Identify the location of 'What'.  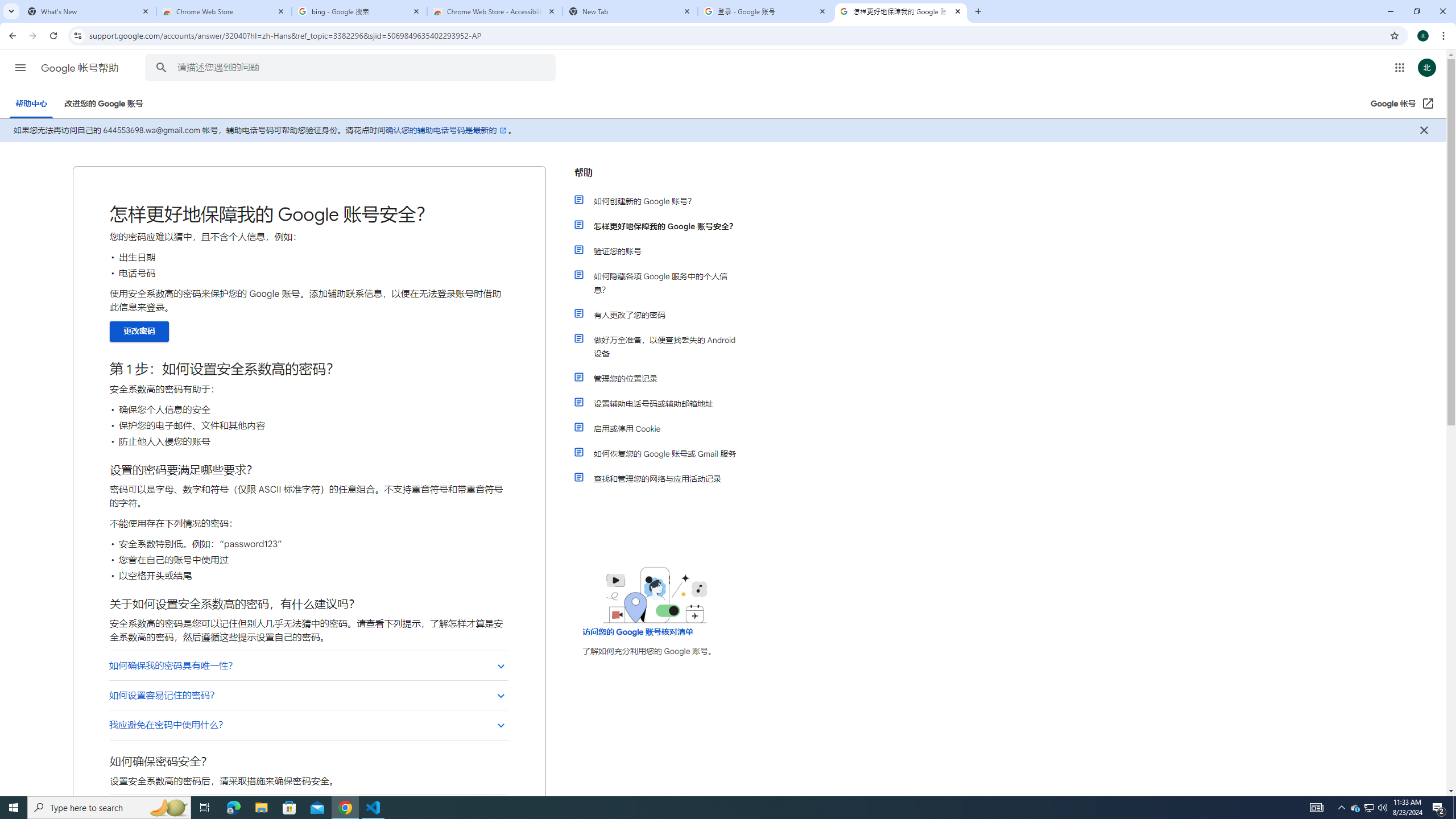
(88, 11).